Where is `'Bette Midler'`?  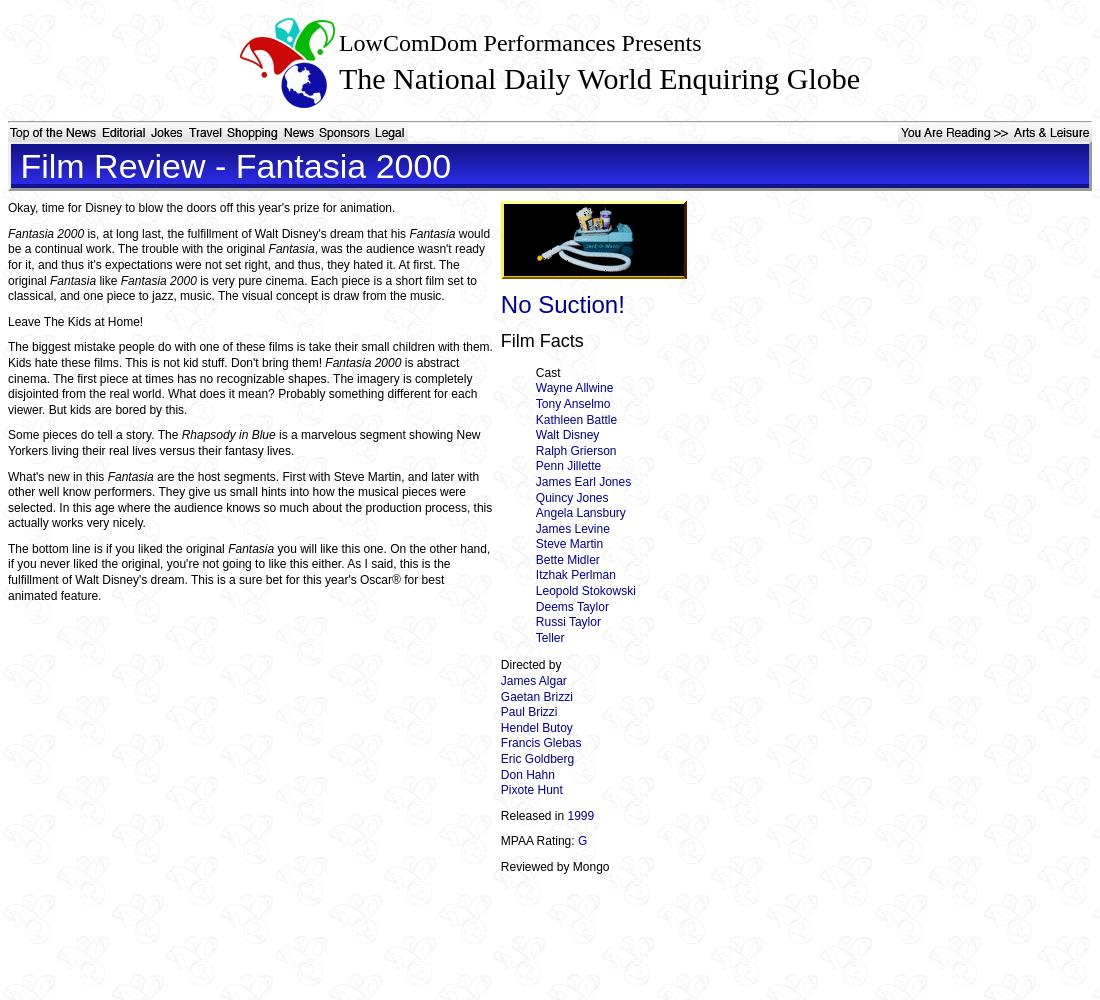
'Bette Midler' is located at coordinates (566, 559).